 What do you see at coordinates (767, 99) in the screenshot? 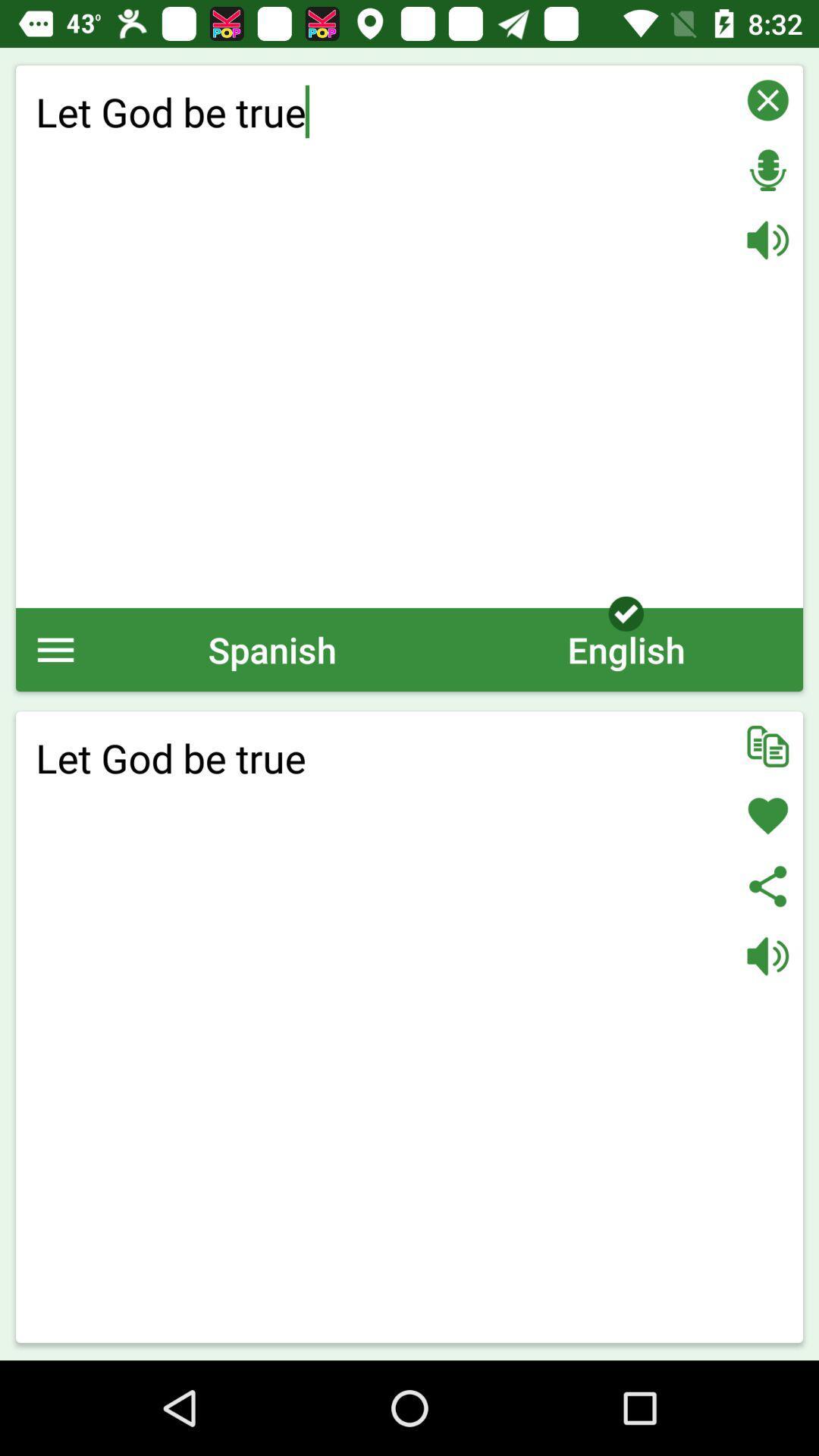
I see `close` at bounding box center [767, 99].